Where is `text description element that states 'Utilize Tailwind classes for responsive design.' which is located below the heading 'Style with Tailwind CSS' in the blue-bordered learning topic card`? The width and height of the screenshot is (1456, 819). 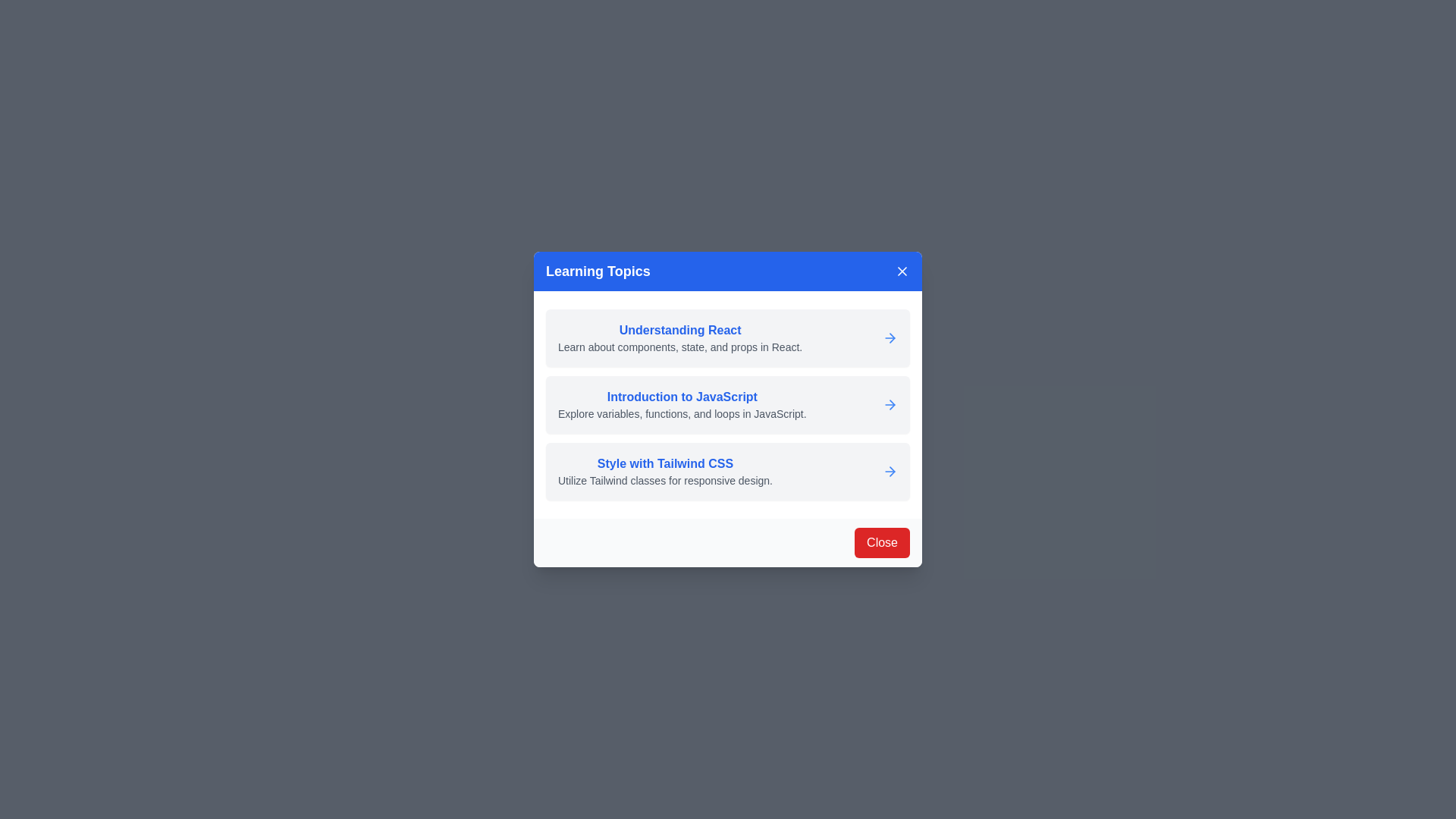 text description element that states 'Utilize Tailwind classes for responsive design.' which is located below the heading 'Style with Tailwind CSS' in the blue-bordered learning topic card is located at coordinates (665, 480).